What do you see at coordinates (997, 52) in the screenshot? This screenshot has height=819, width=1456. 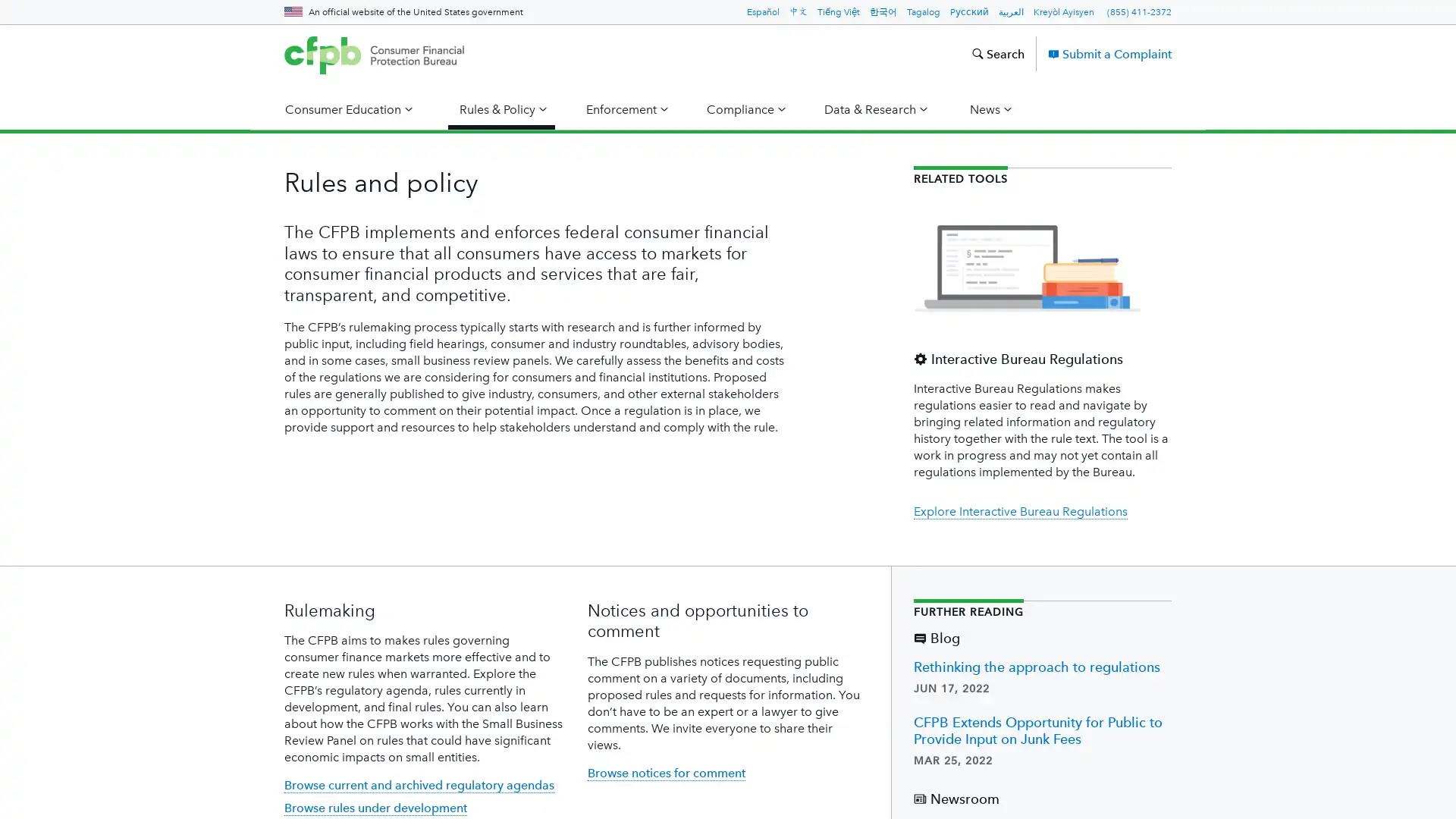 I see `Search the consumerfinance.gov website` at bounding box center [997, 52].